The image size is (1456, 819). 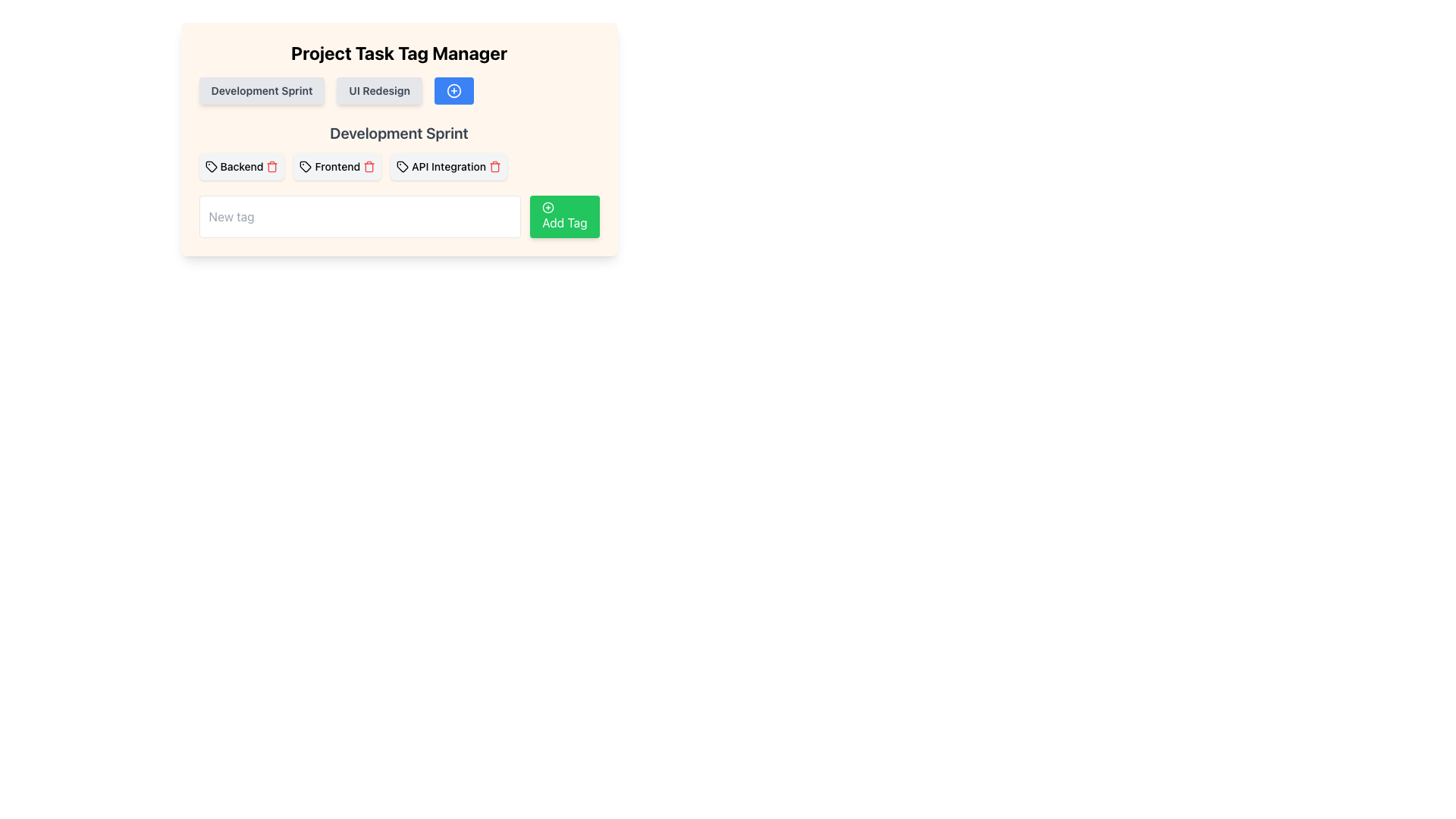 I want to click on the tag icon located below the 'Development Sprint' header and to the left of the 'Frontend' text in the task management interface, so click(x=305, y=166).